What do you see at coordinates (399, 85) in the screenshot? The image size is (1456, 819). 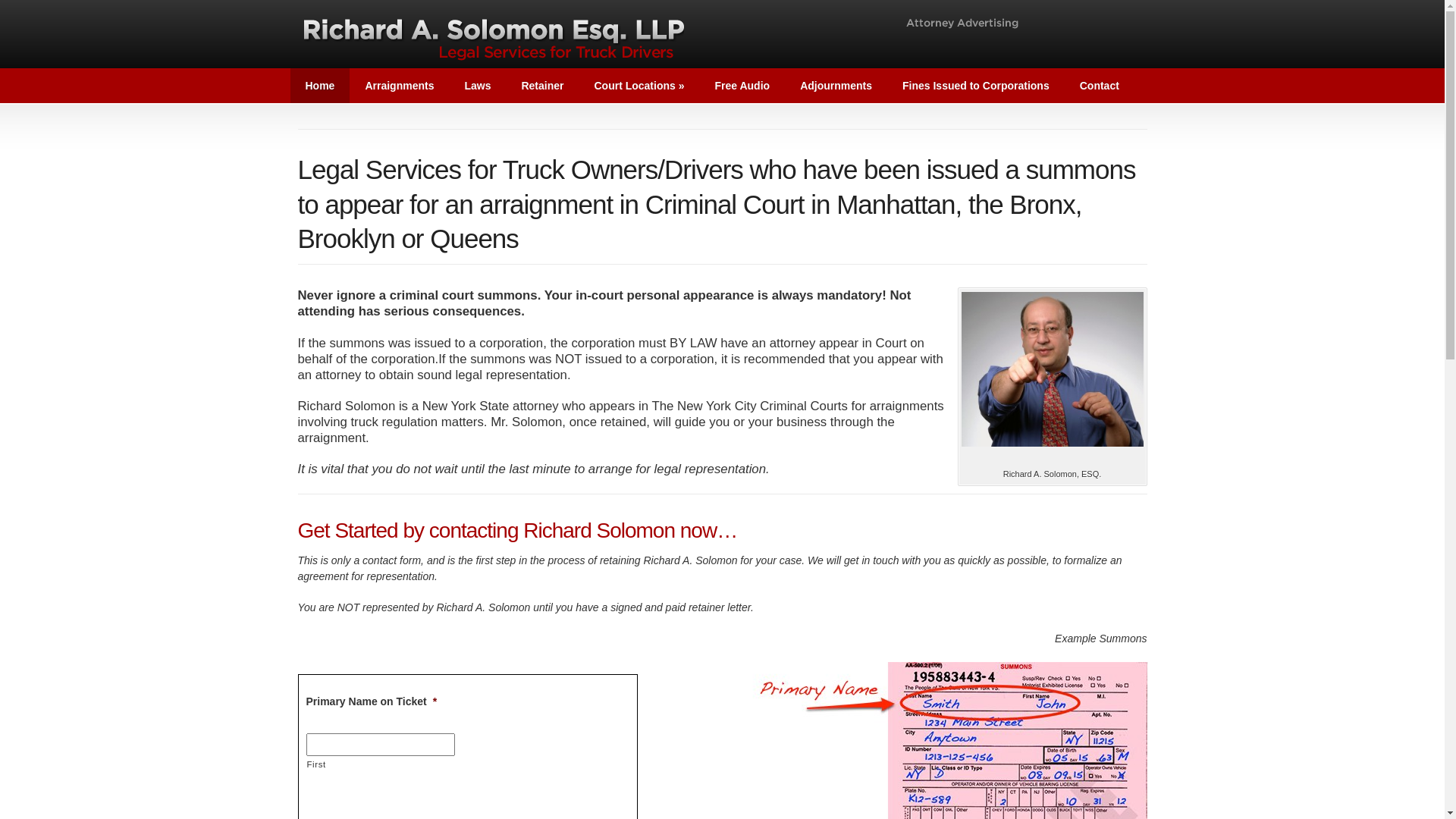 I see `'Arraignments'` at bounding box center [399, 85].